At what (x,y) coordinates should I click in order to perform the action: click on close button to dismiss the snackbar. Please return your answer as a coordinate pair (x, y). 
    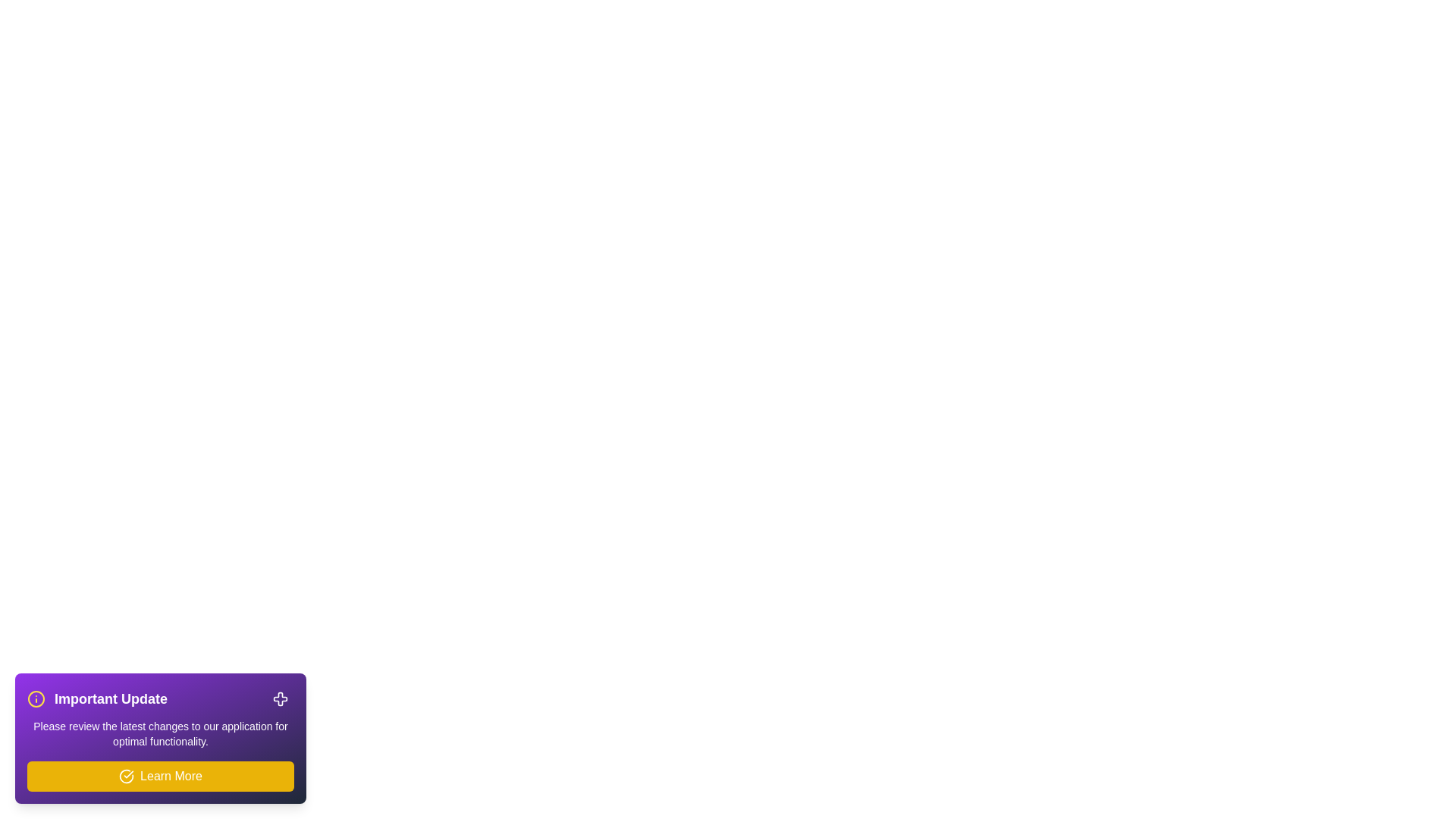
    Looking at the image, I should click on (280, 698).